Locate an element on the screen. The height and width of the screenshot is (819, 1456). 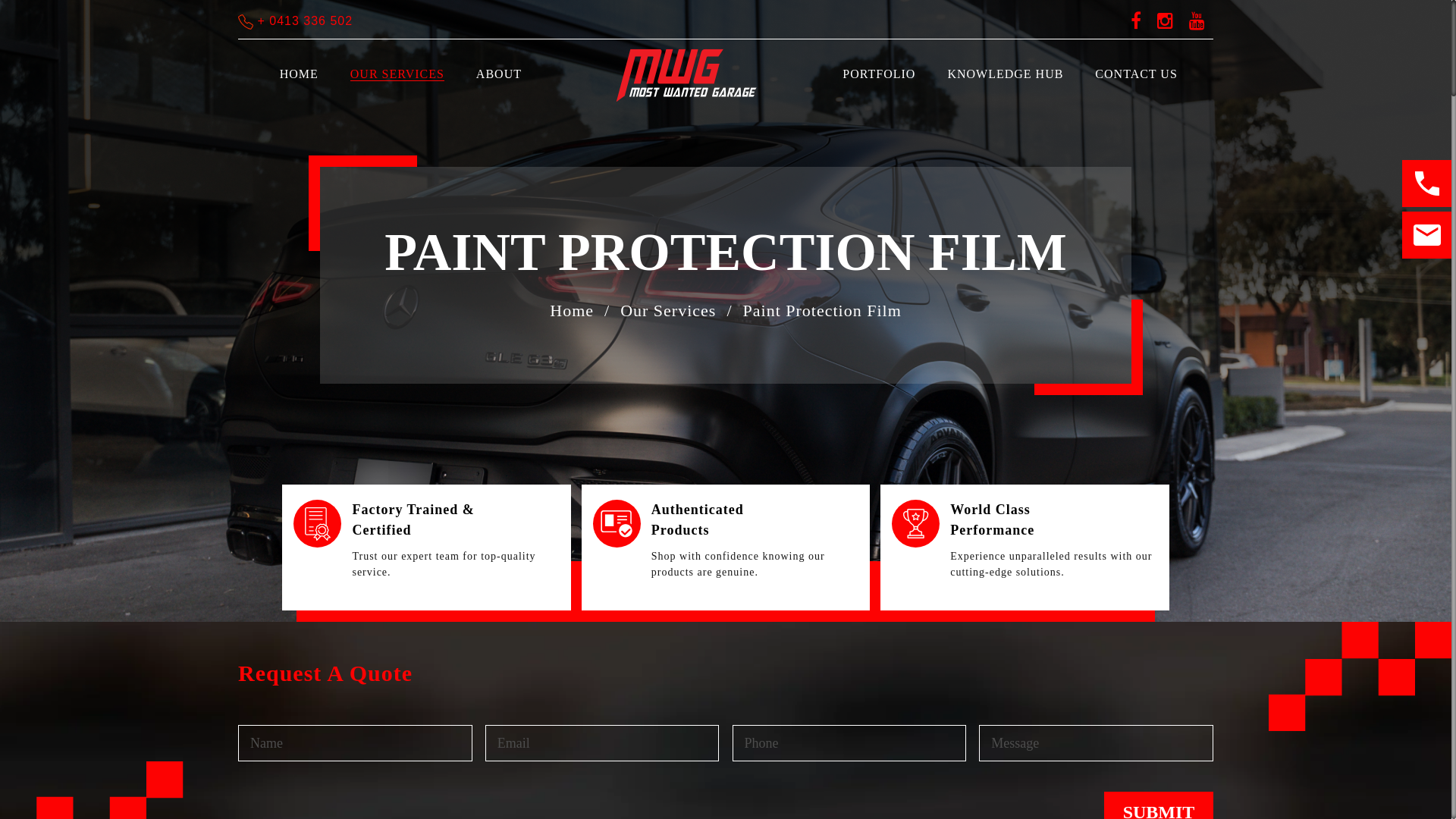
'HOME' is located at coordinates (299, 74).